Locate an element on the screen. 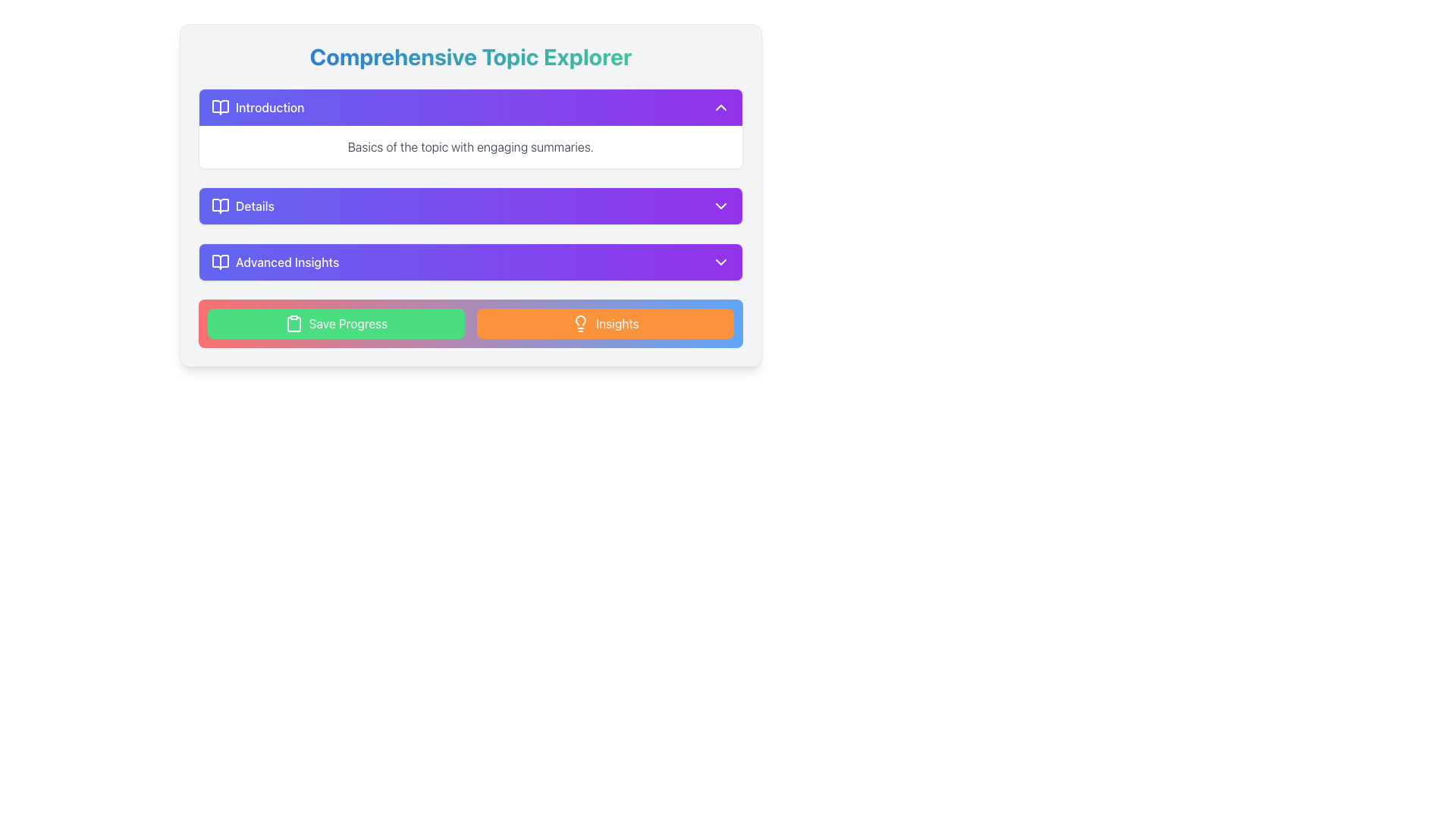 This screenshot has width=1456, height=819. the 'Insights' button which features a lightbulb icon on the left side, located in the bottom right corner of the interface is located at coordinates (580, 323).